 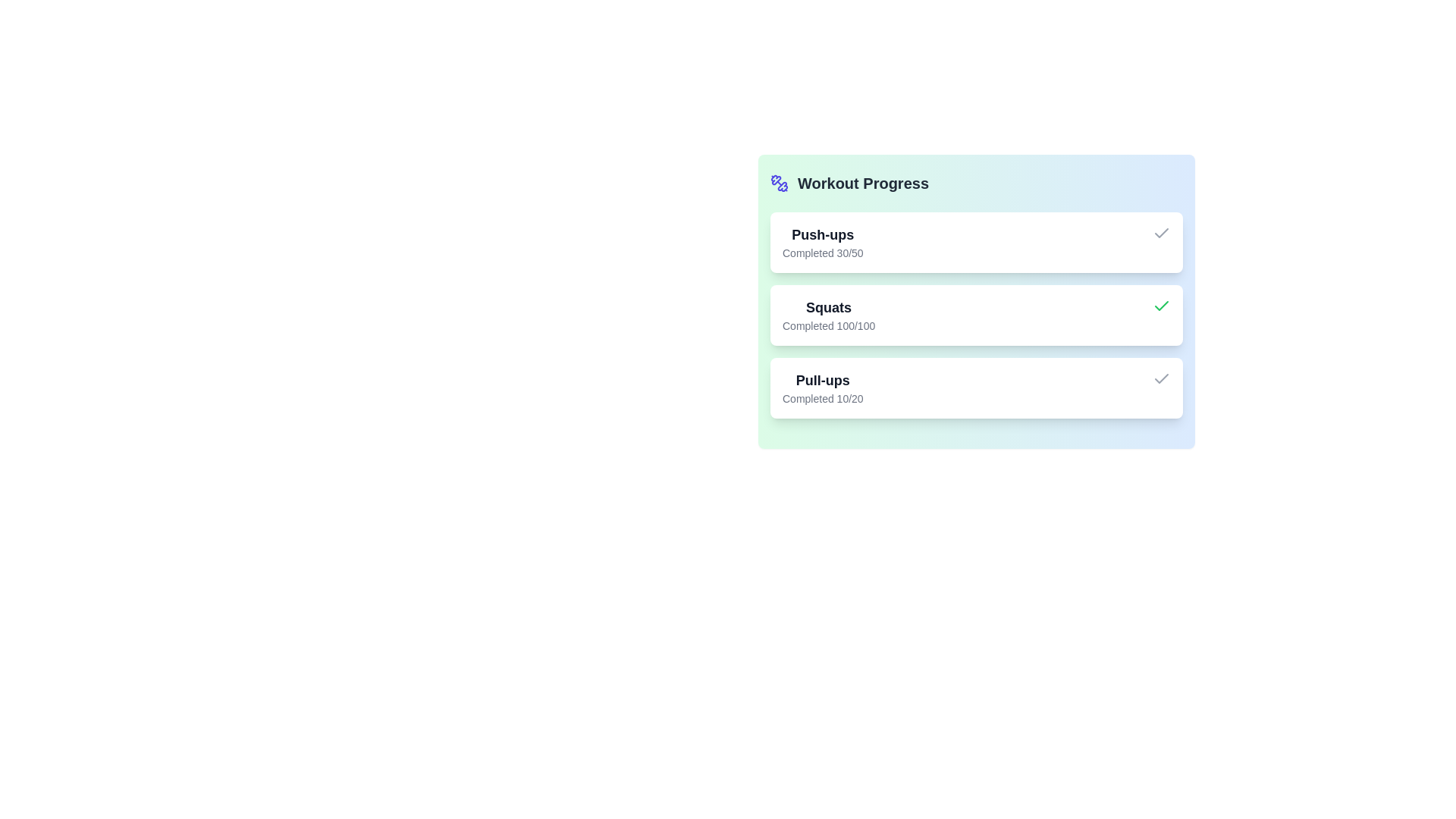 I want to click on the 'Pull-ups' progress text block that indicates completion details ('Completed 10/20') in the 'Workout Progress' section, which is the last entry in the list, so click(x=822, y=388).